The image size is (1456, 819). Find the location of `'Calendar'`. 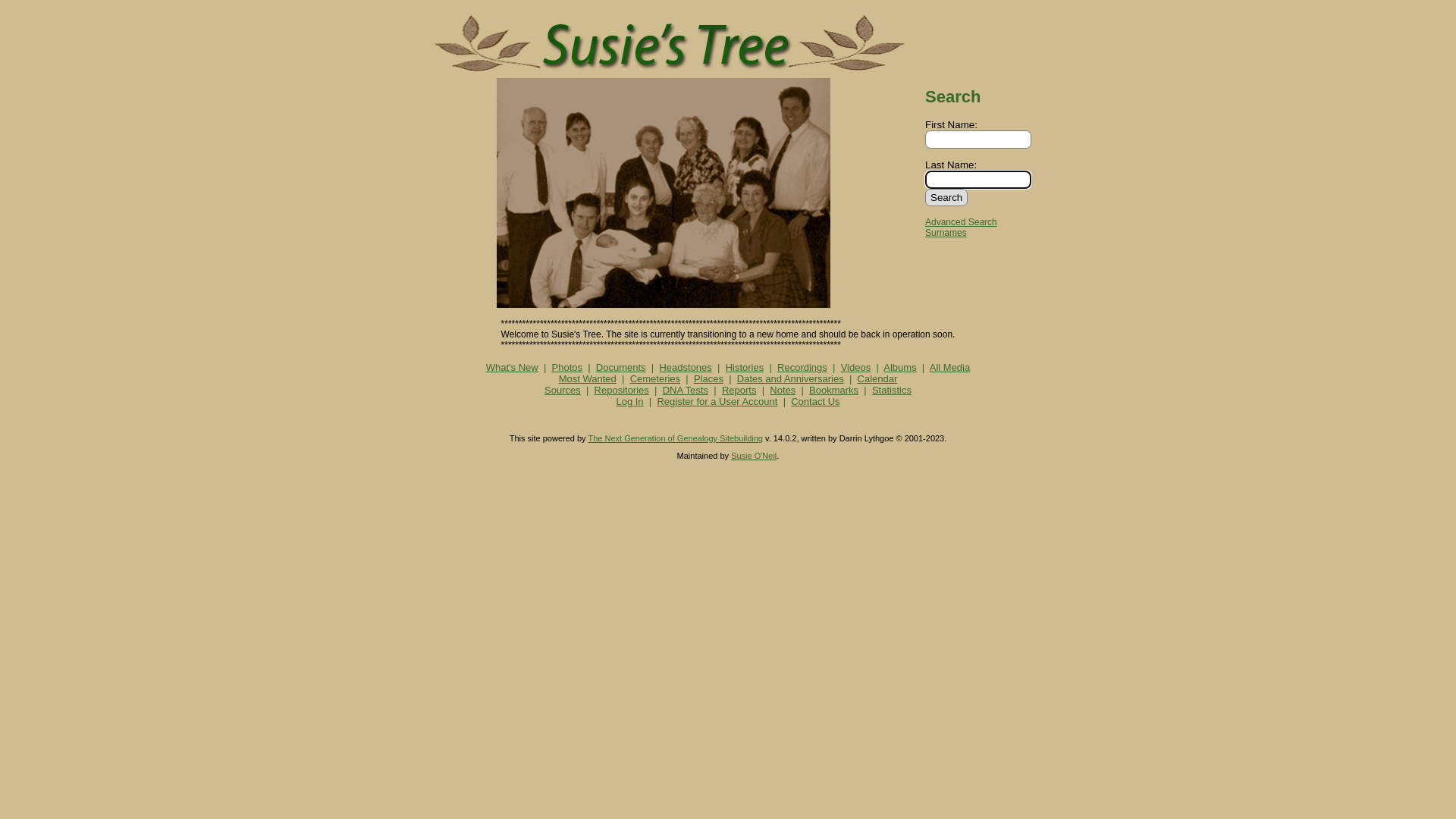

'Calendar' is located at coordinates (858, 378).